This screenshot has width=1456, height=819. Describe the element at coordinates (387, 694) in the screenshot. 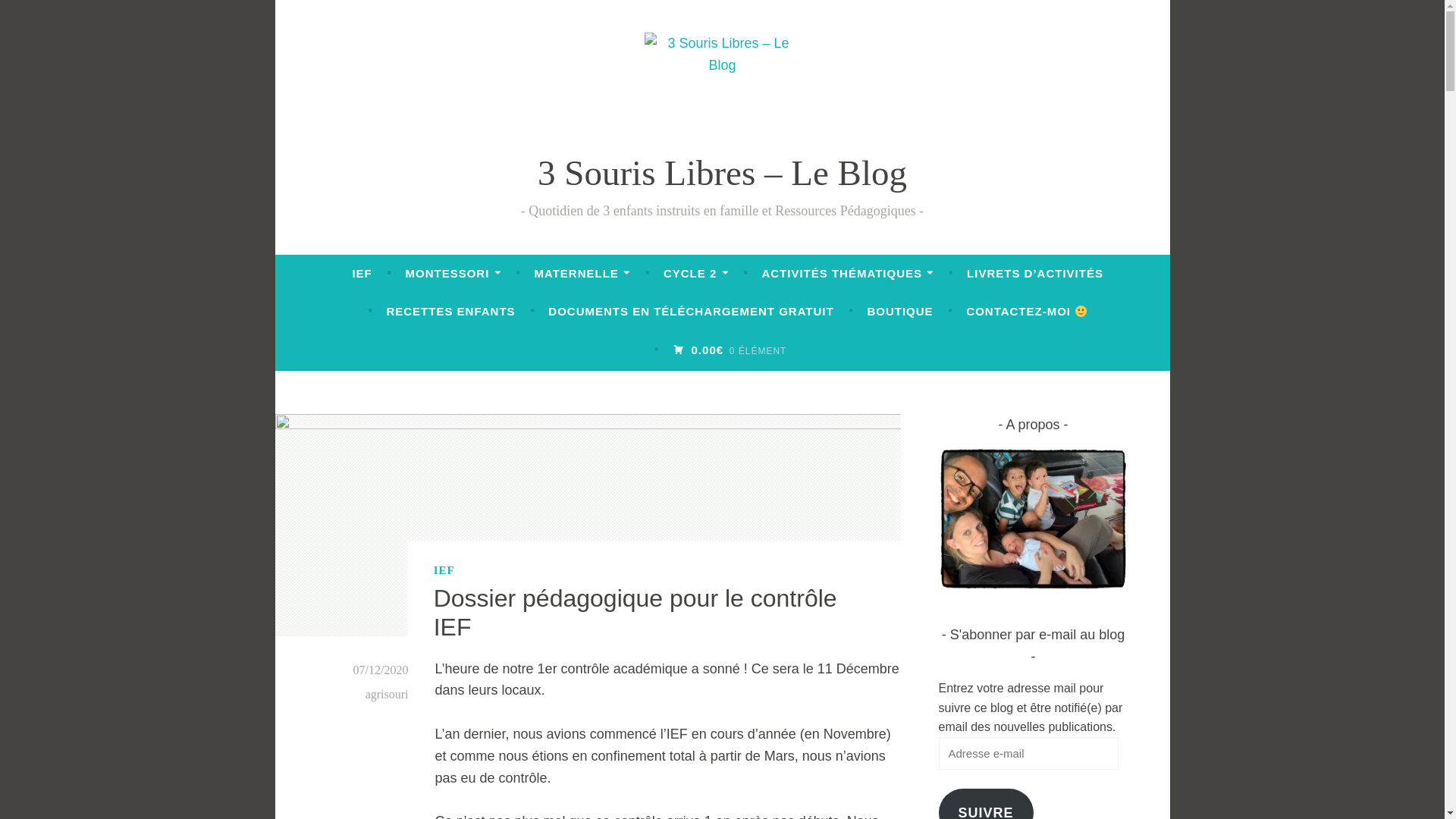

I see `'agrisouri'` at that location.